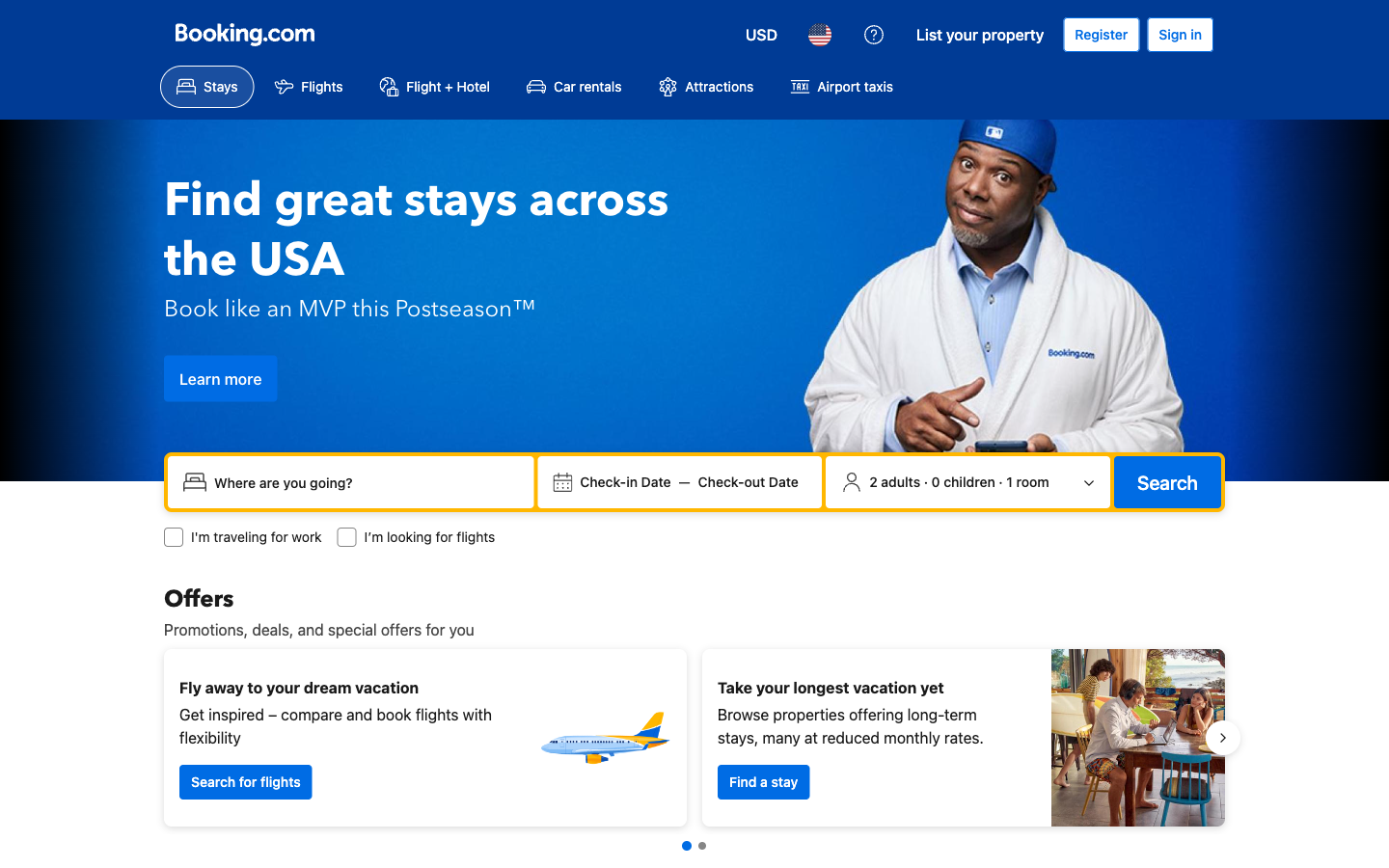  I want to click on Look for accommodations using the button at the base, so click(763, 781).